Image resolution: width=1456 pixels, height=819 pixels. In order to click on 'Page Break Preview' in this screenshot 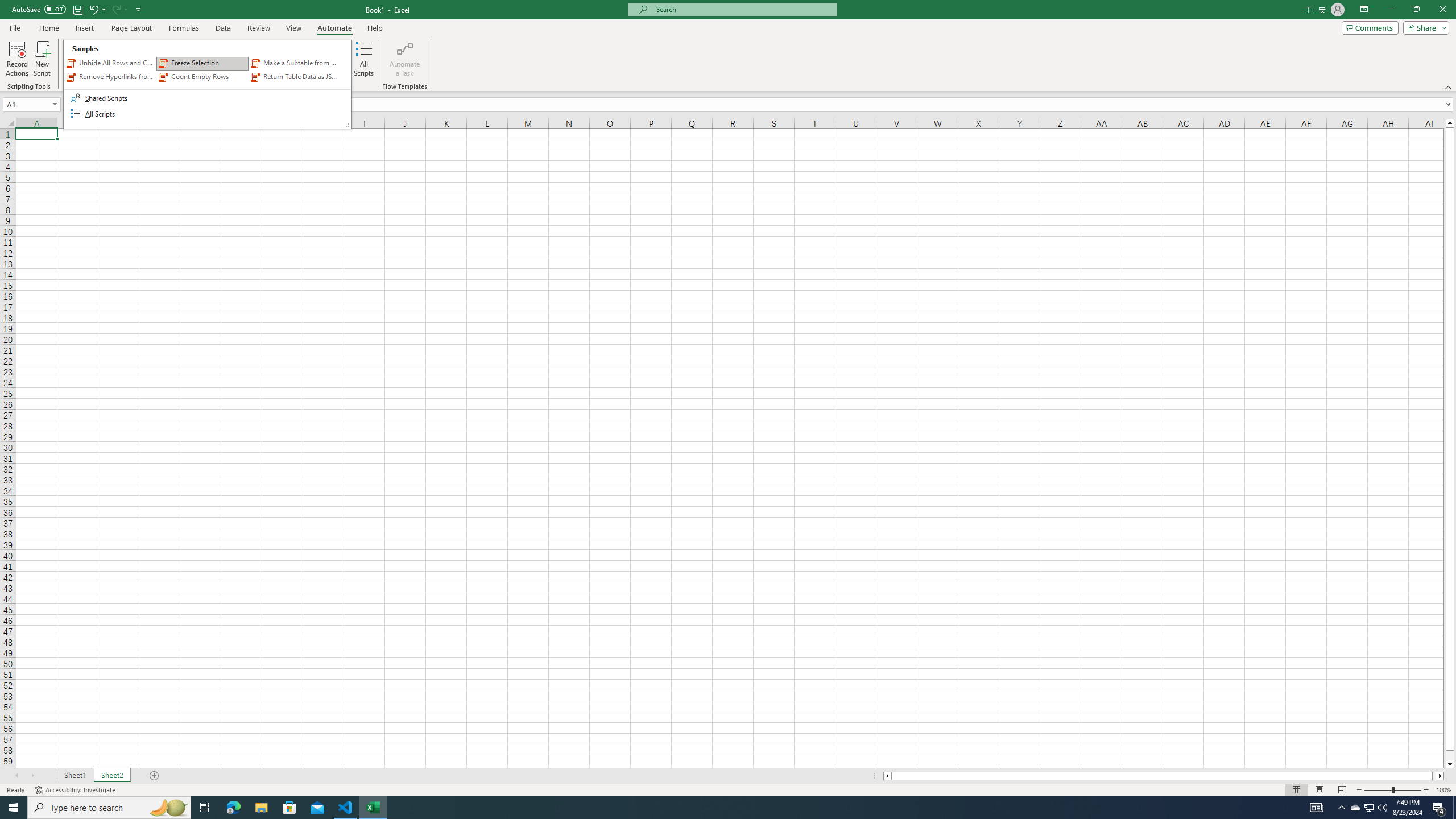, I will do `click(1342, 790)`.